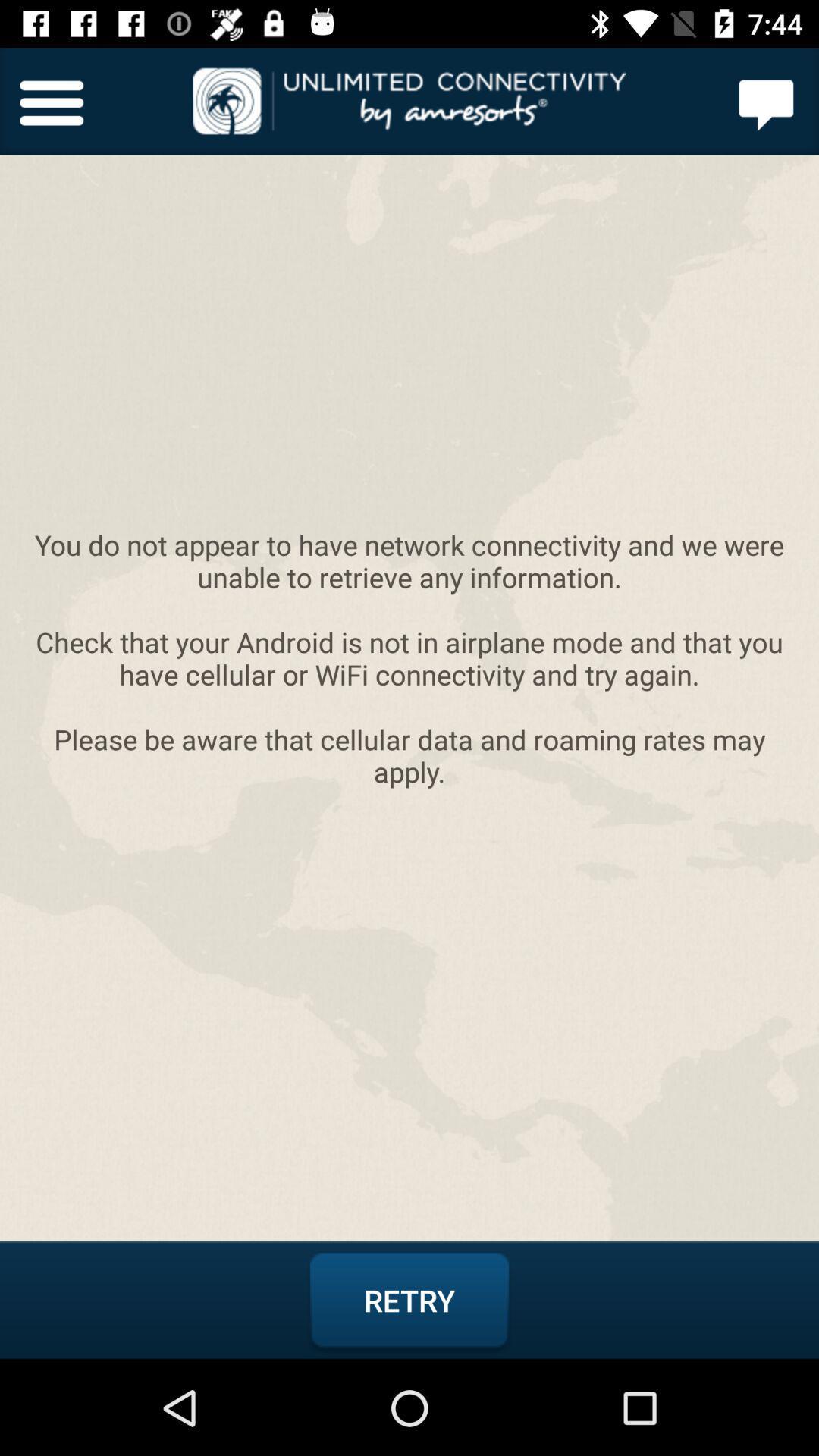 Image resolution: width=819 pixels, height=1456 pixels. What do you see at coordinates (51, 100) in the screenshot?
I see `the menu icon` at bounding box center [51, 100].